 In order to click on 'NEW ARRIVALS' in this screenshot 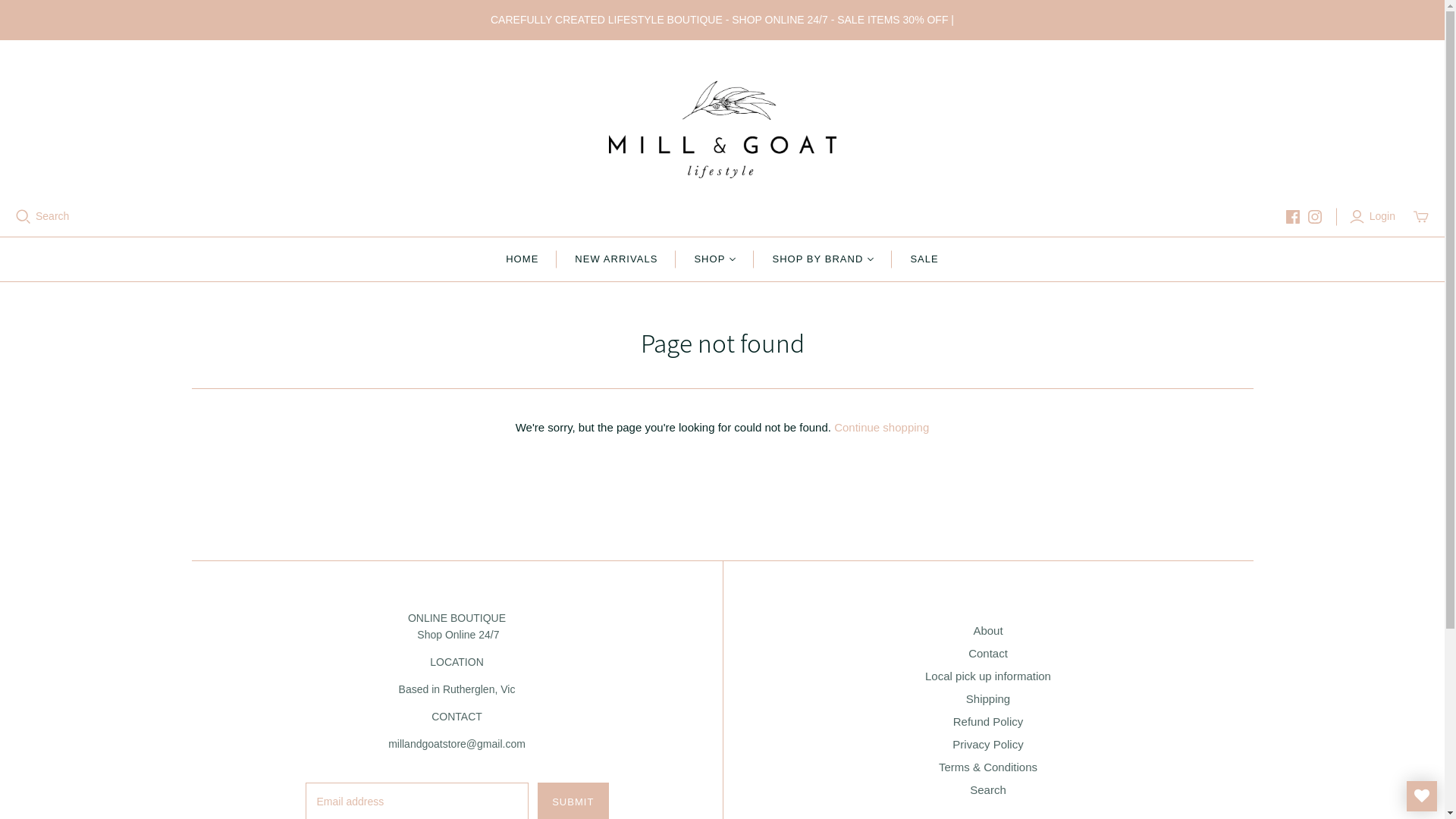, I will do `click(616, 259)`.